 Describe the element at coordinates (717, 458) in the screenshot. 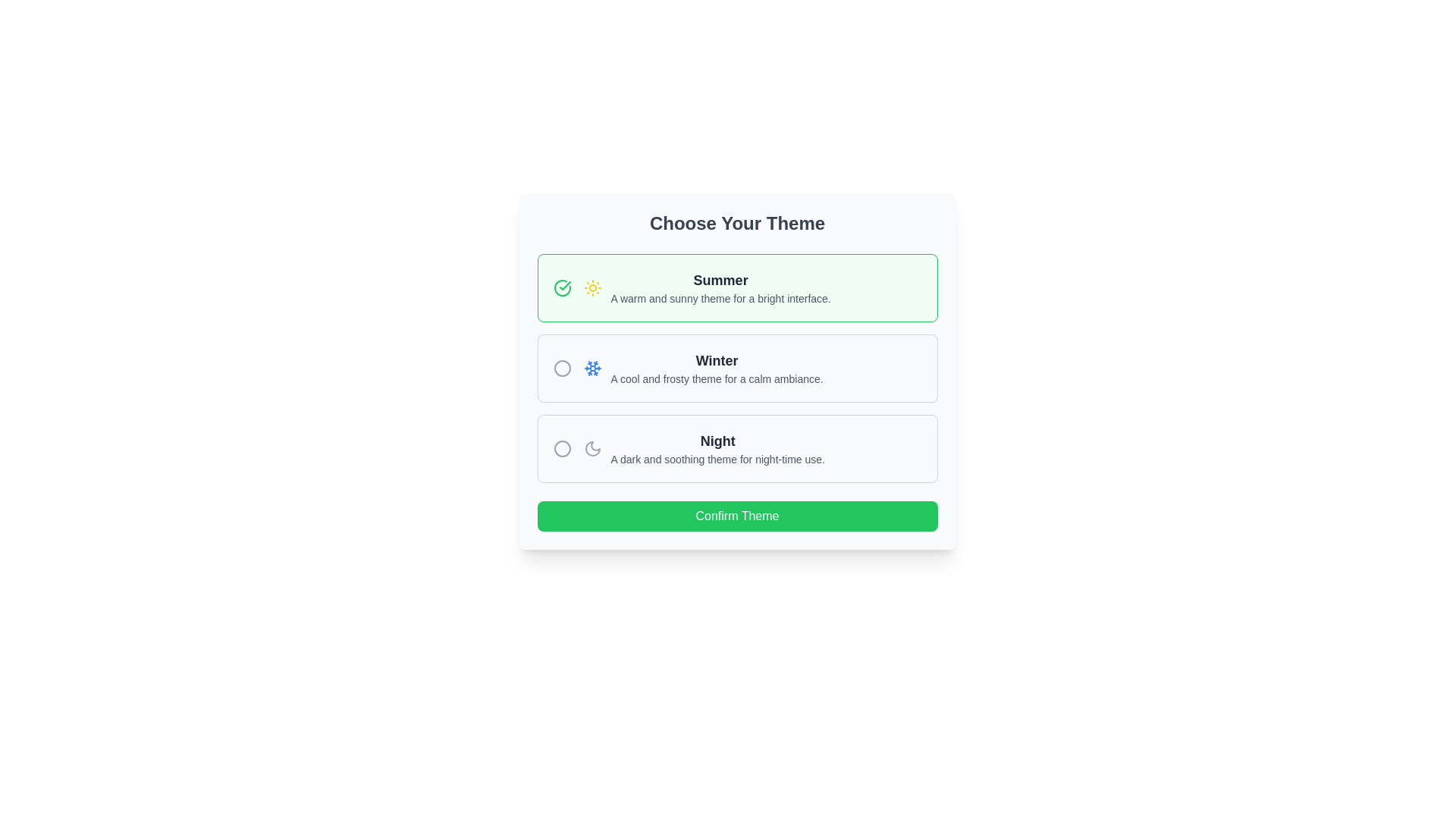

I see `the descriptive text element that states 'A dark and soothing theme for night-time use.' which is located beneath the heading 'Night' within a card layout` at that location.